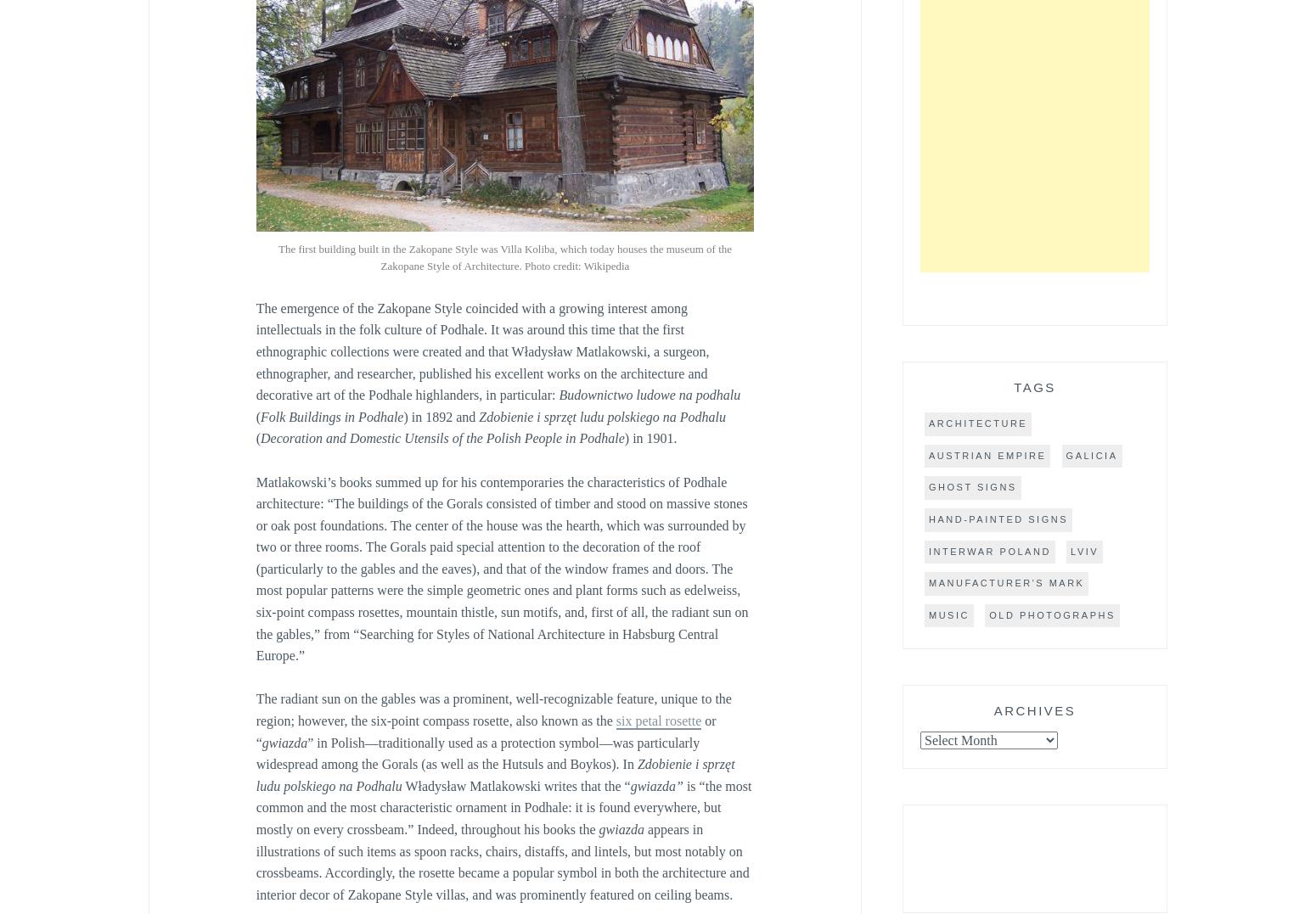  What do you see at coordinates (1034, 709) in the screenshot?
I see `'Archives'` at bounding box center [1034, 709].